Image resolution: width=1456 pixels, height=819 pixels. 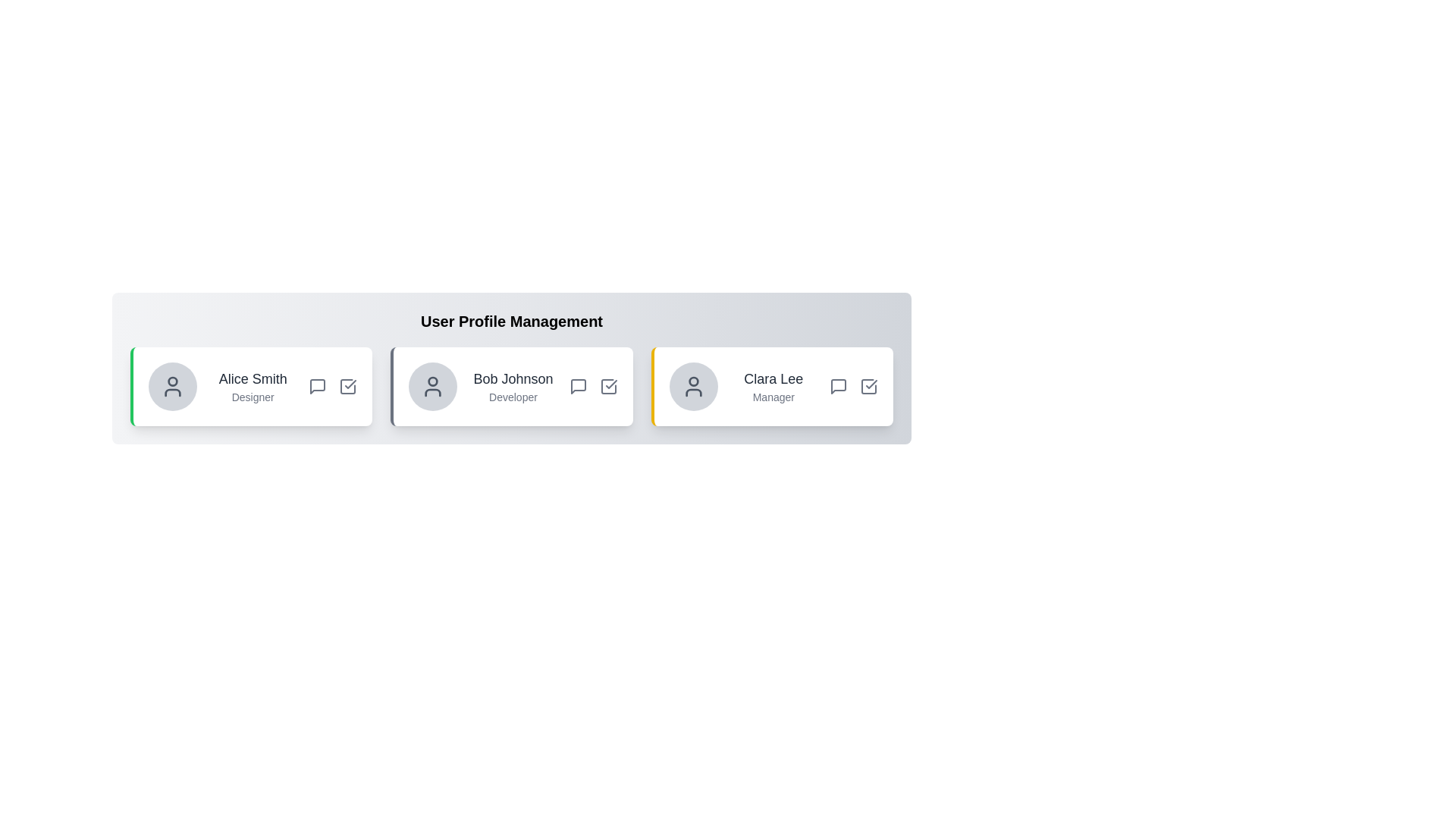 What do you see at coordinates (513, 385) in the screenshot?
I see `the text display showing 'Bob Johnson' and 'Developer' in a card layout, positioned centrally within the middle card of the user profile row` at bounding box center [513, 385].